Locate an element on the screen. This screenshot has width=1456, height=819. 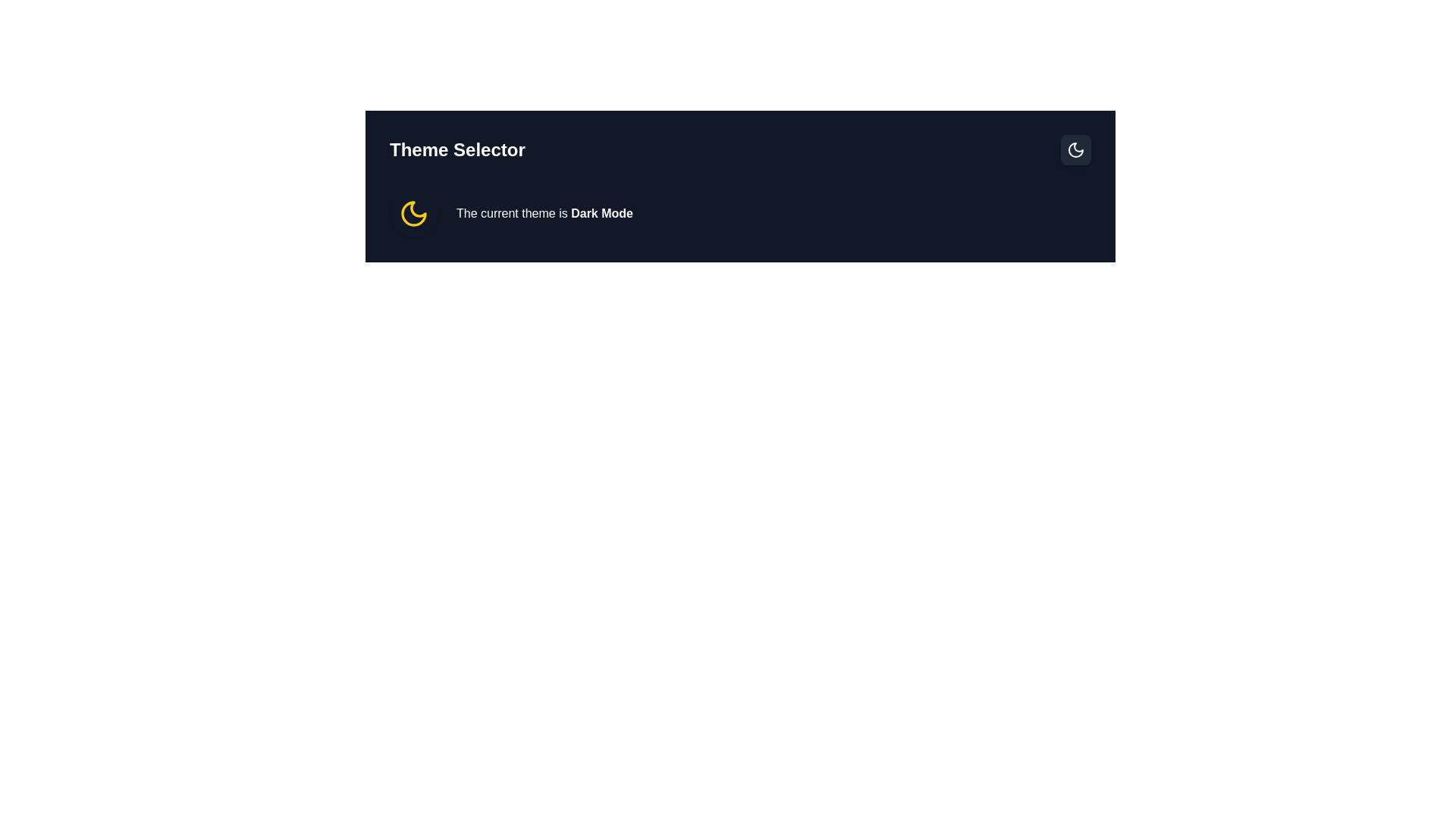
the 'Theme Selector' button located at the far right of the title bar is located at coordinates (1075, 149).